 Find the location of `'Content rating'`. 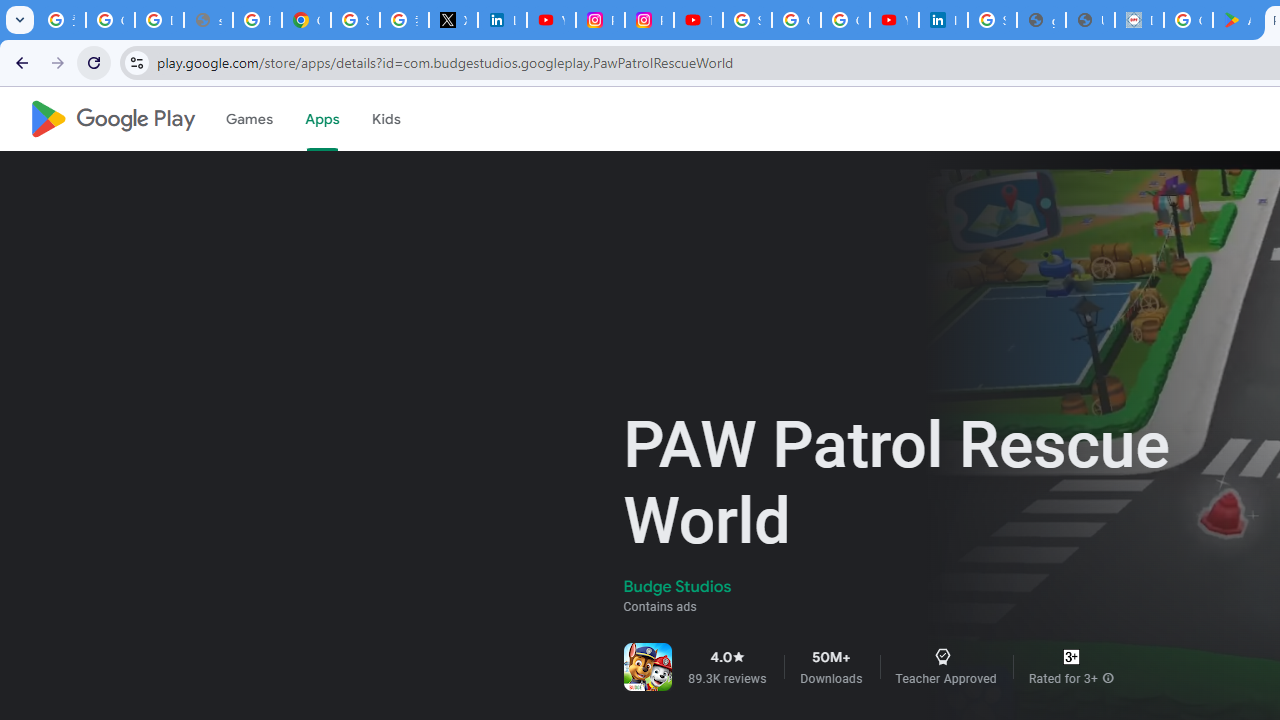

'Content rating' is located at coordinates (1070, 657).